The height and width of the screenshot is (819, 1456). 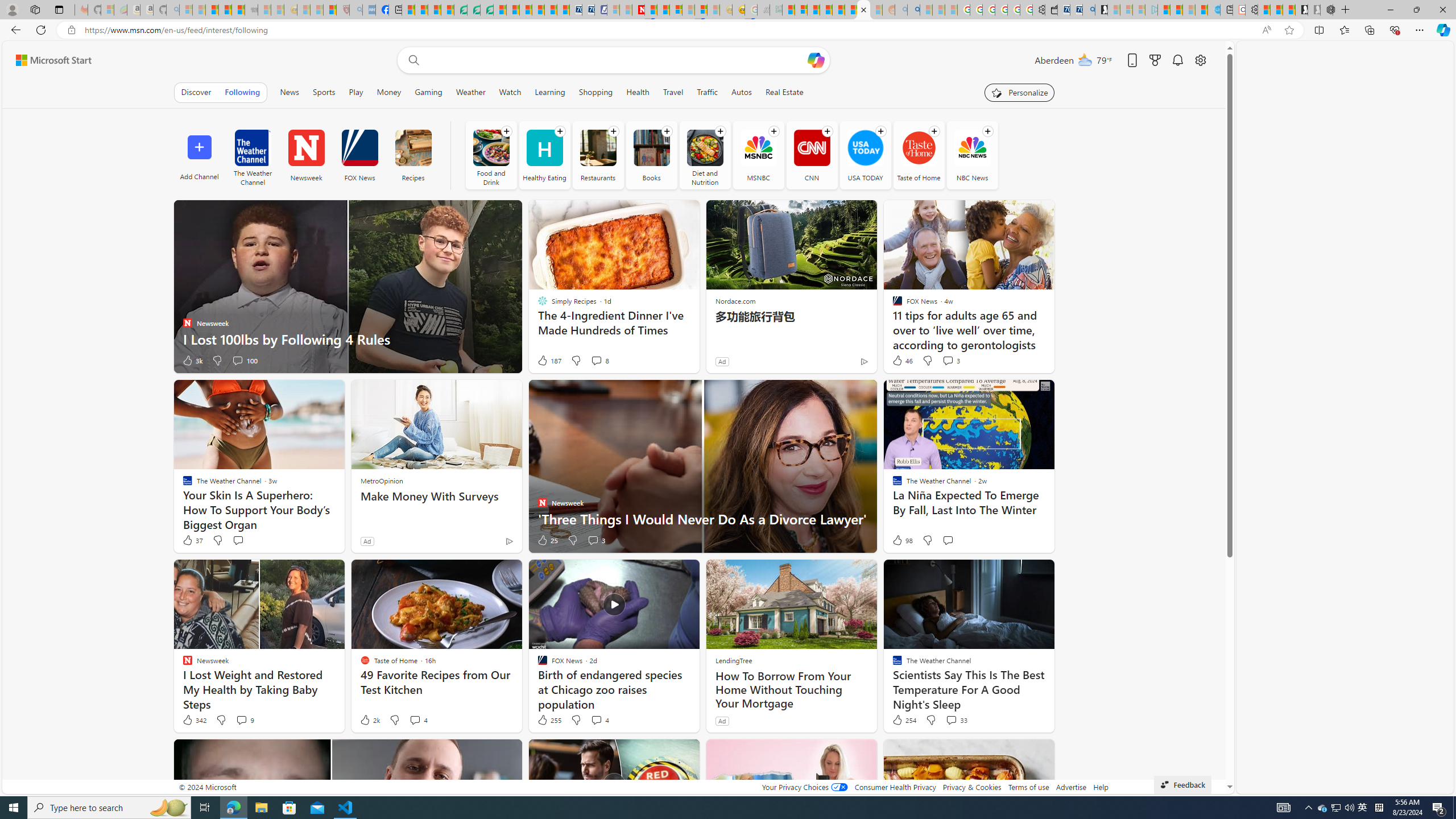 What do you see at coordinates (549, 92) in the screenshot?
I see `'Learning'` at bounding box center [549, 92].